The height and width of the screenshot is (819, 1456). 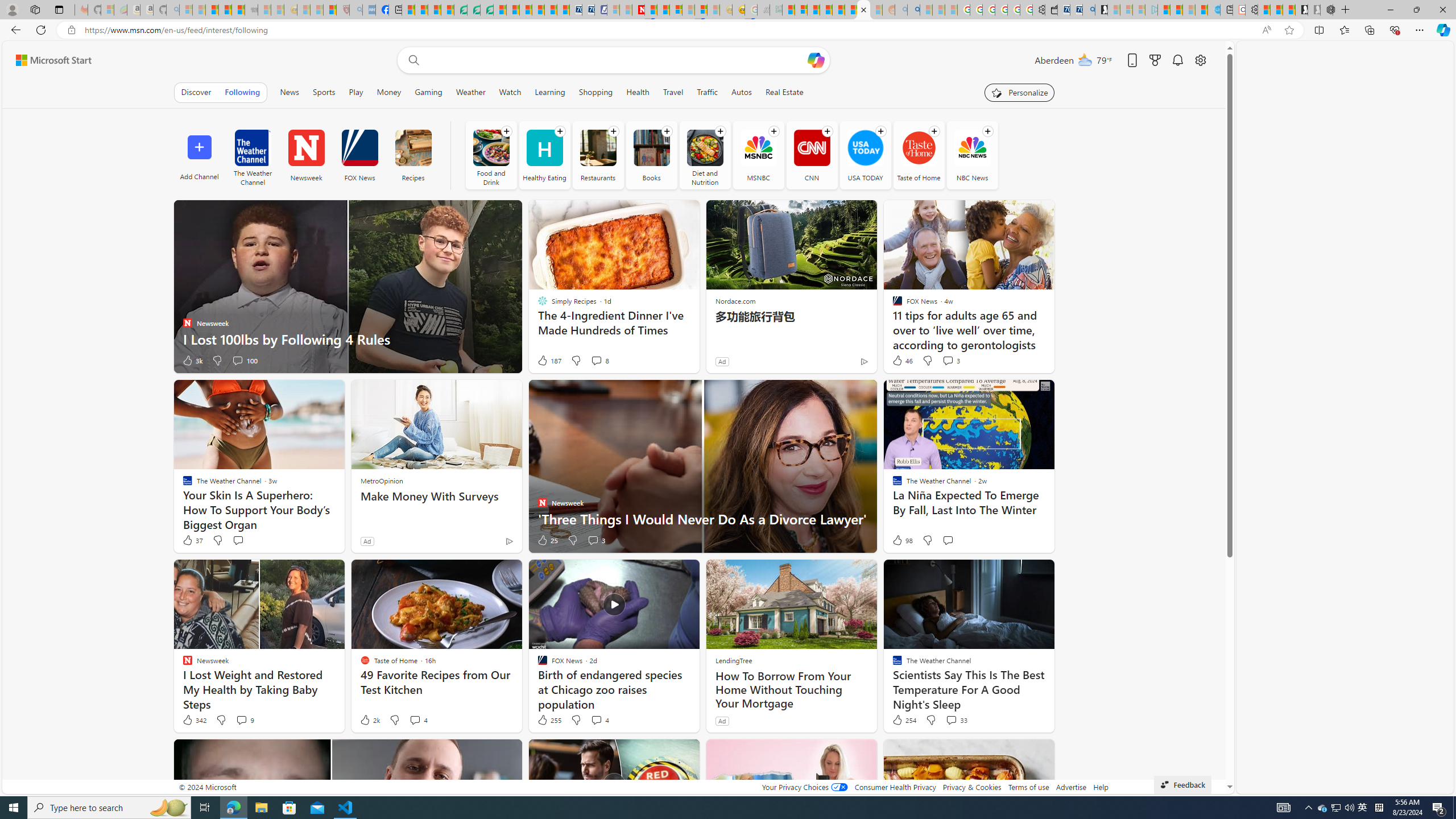 What do you see at coordinates (549, 92) in the screenshot?
I see `'Learning'` at bounding box center [549, 92].